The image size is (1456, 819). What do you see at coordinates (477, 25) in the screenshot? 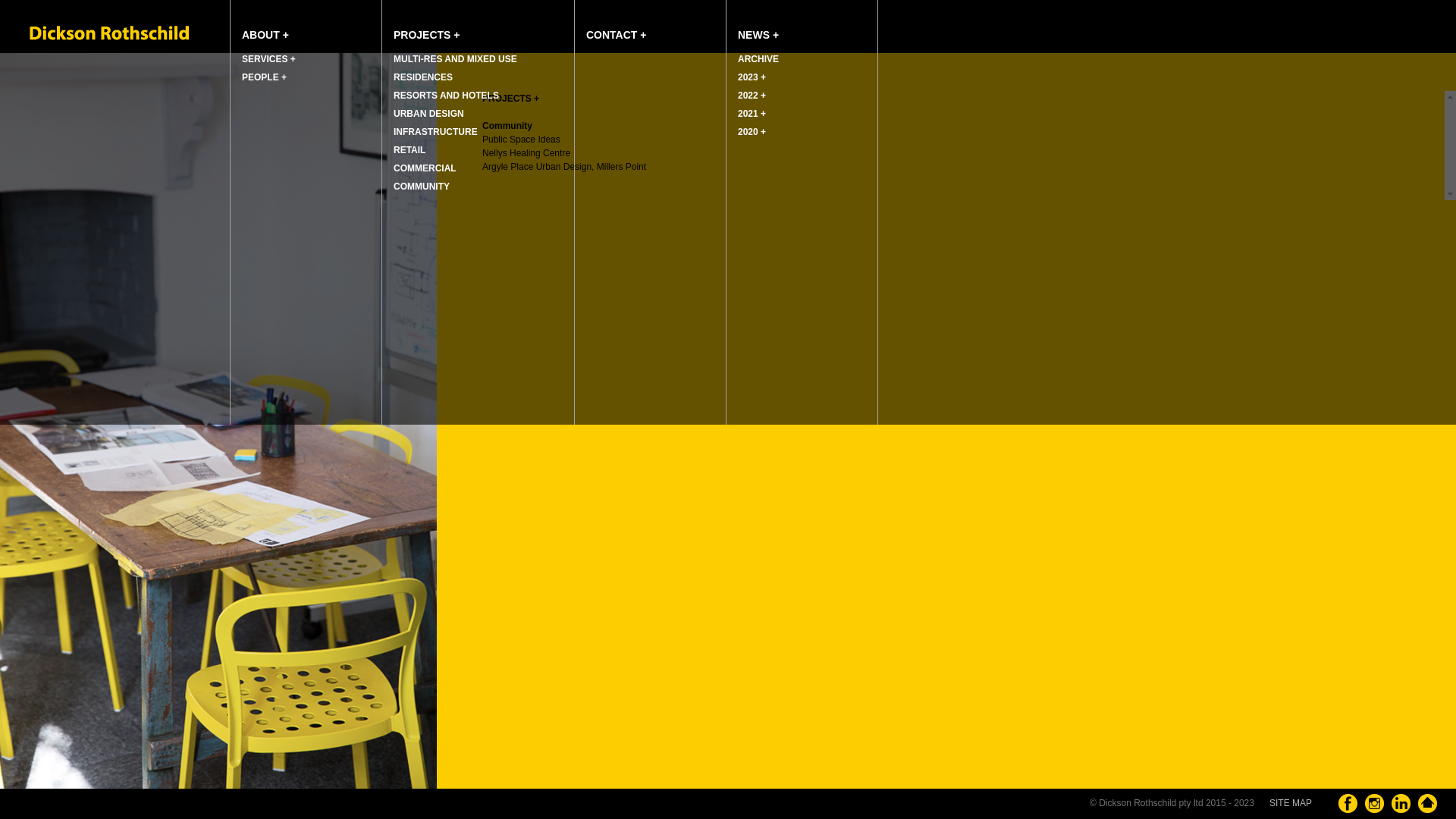
I see `'PROJECTS +'` at bounding box center [477, 25].